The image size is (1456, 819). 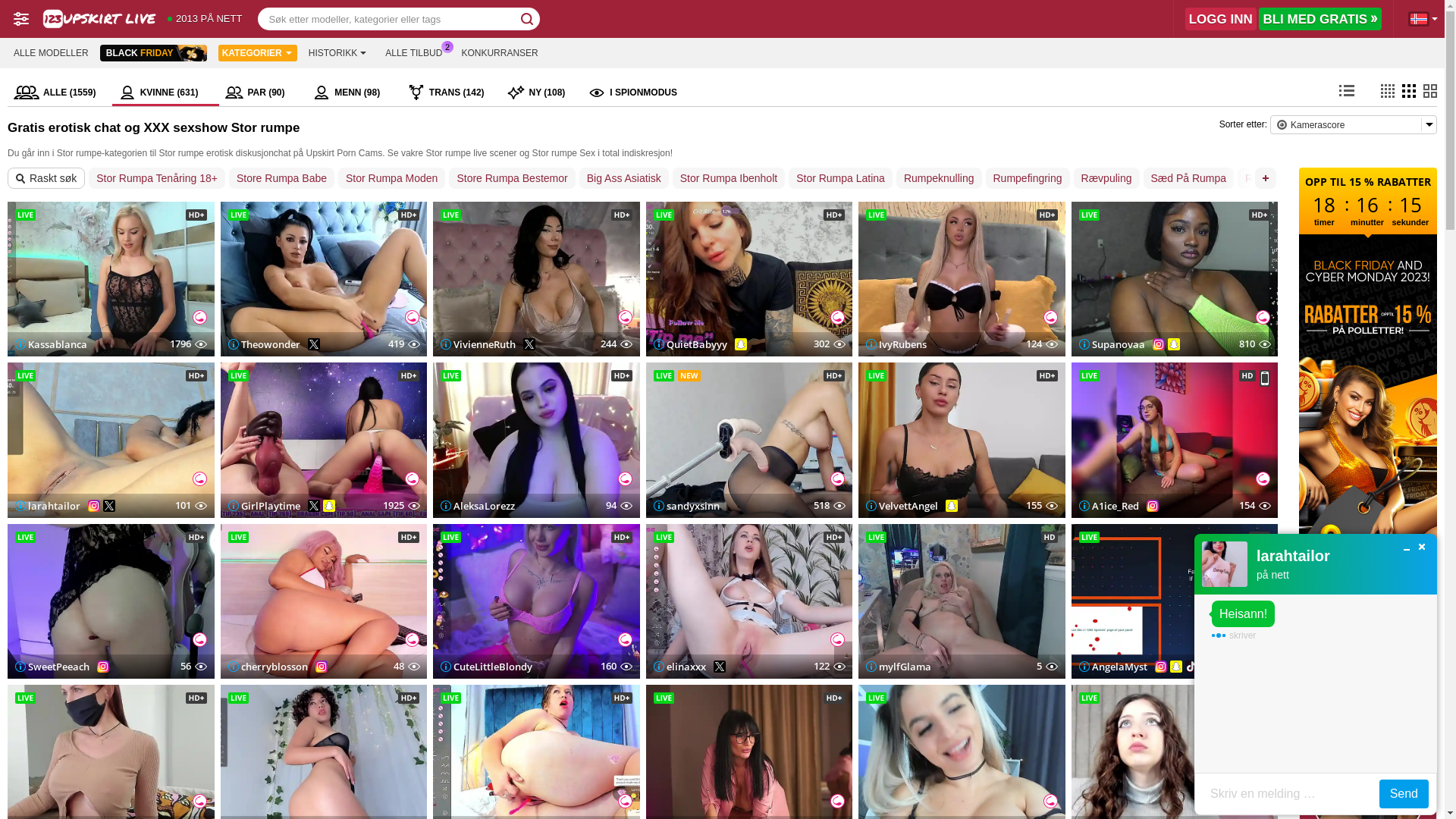 What do you see at coordinates (728, 177) in the screenshot?
I see `'Stor Rumpa Ibenholt'` at bounding box center [728, 177].